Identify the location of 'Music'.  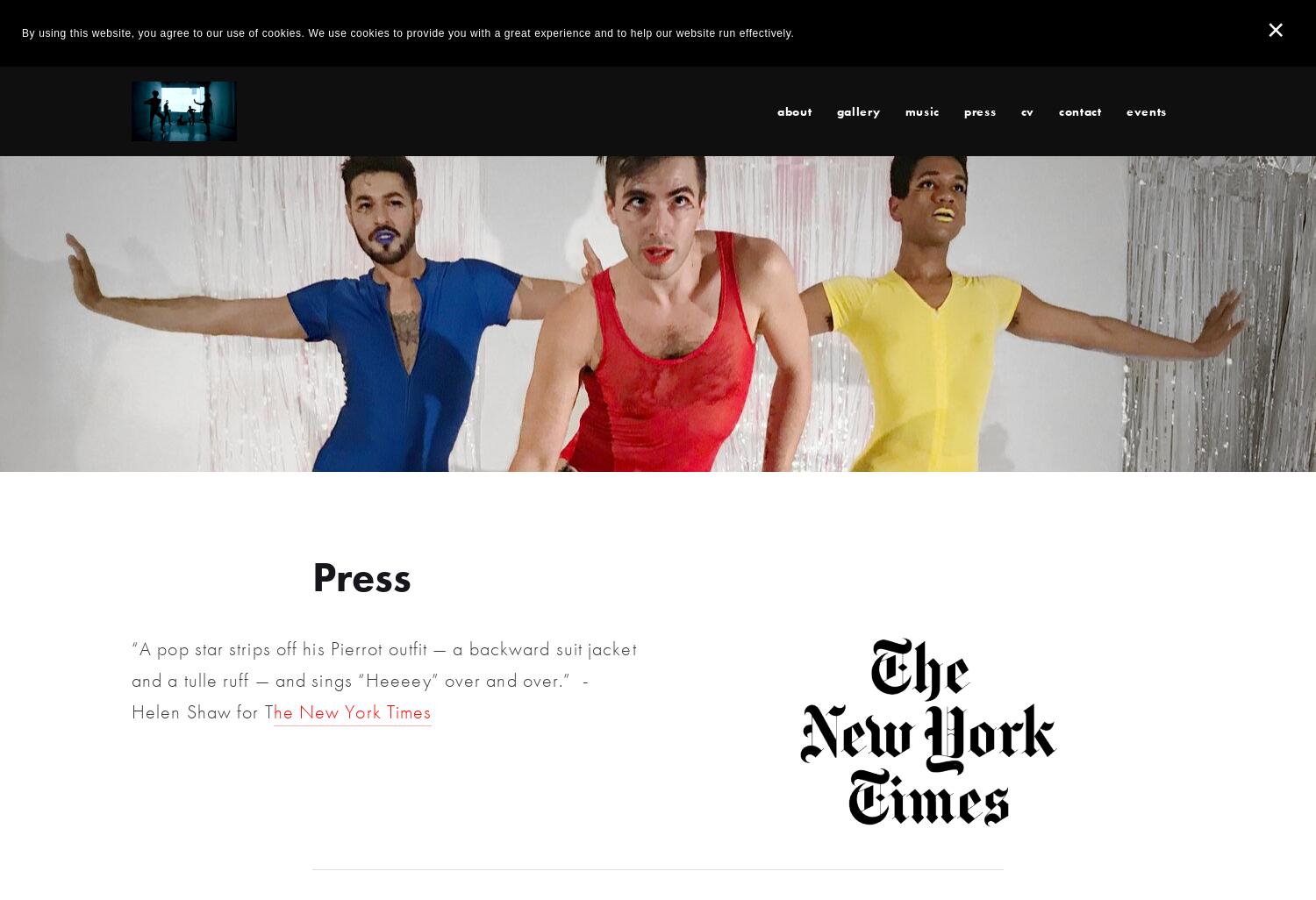
(922, 110).